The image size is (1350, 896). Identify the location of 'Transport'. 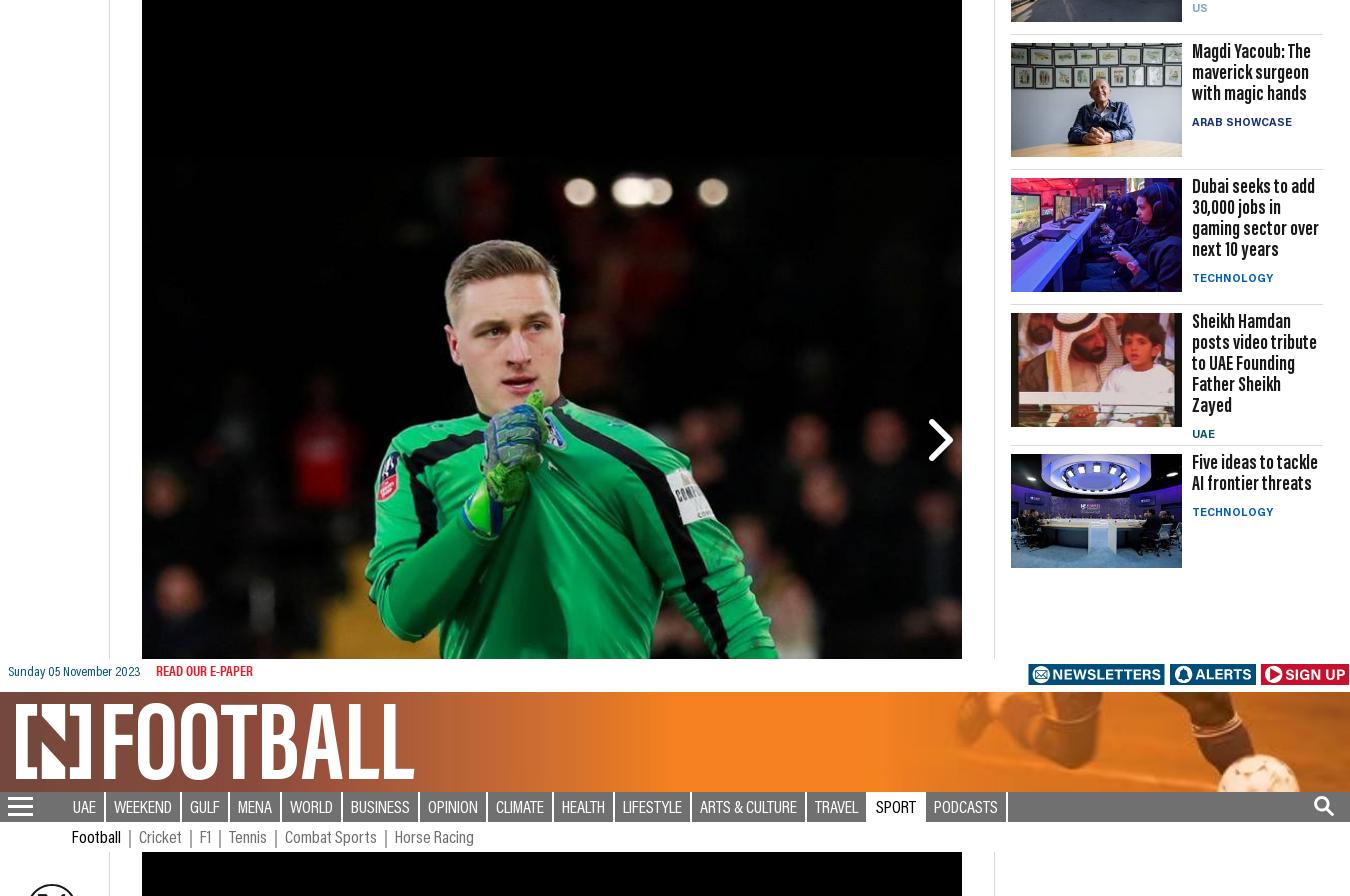
(48, 811).